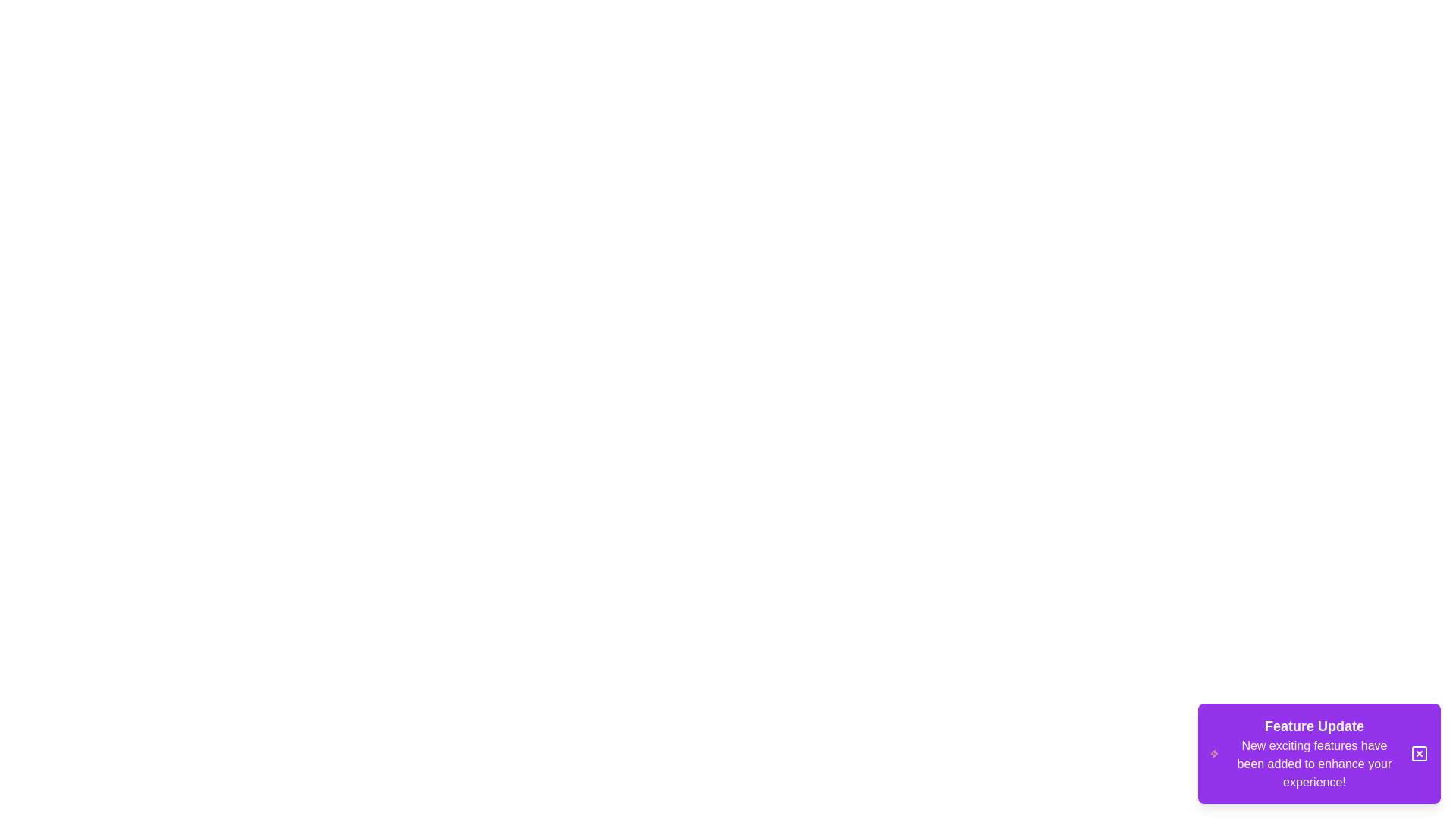 The height and width of the screenshot is (819, 1456). I want to click on close button on the snackbar to close it, so click(1419, 754).